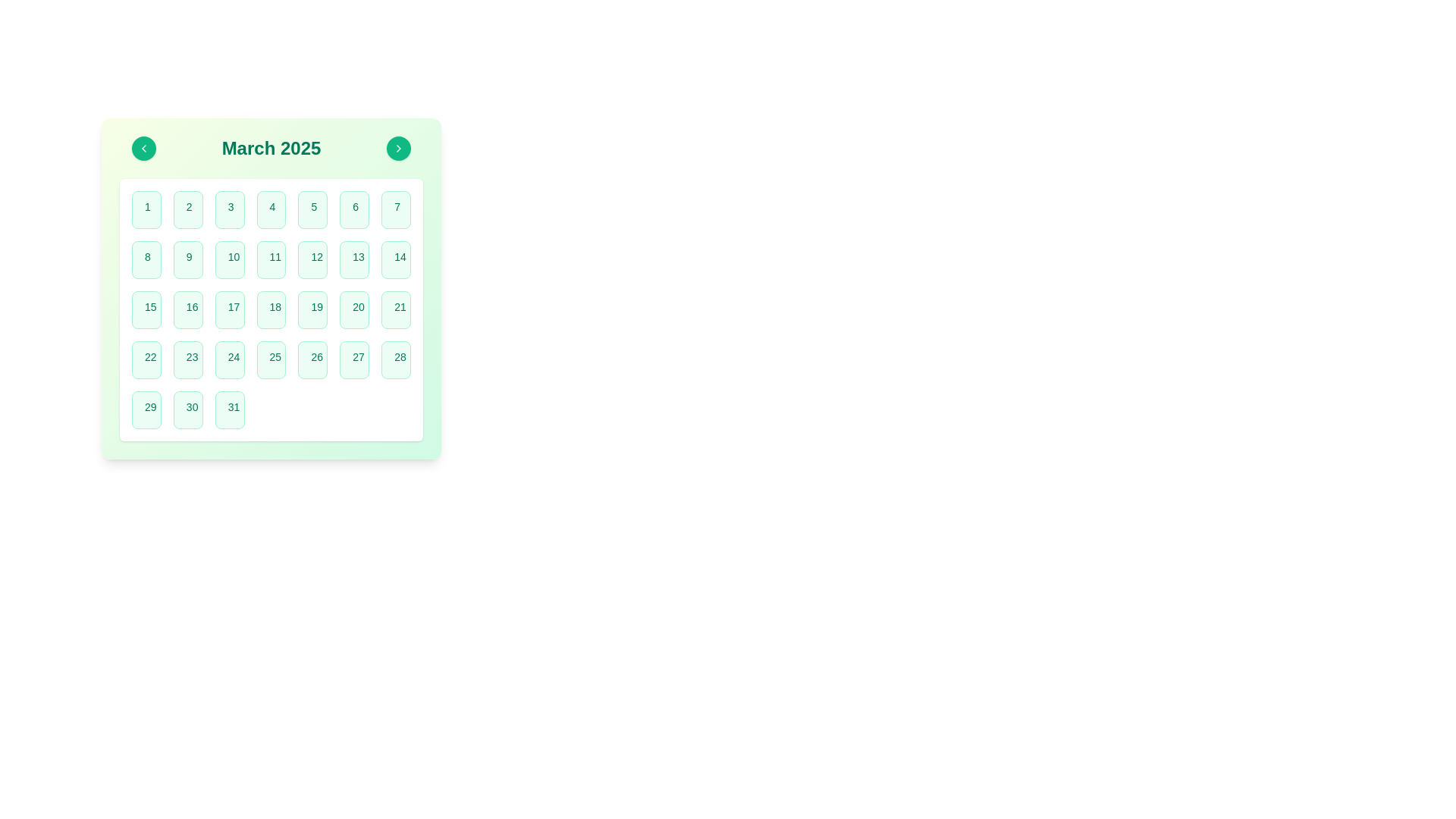 This screenshot has height=819, width=1456. Describe the element at coordinates (187, 210) in the screenshot. I see `the calendar date card representing the date 2 in March 2025` at that location.